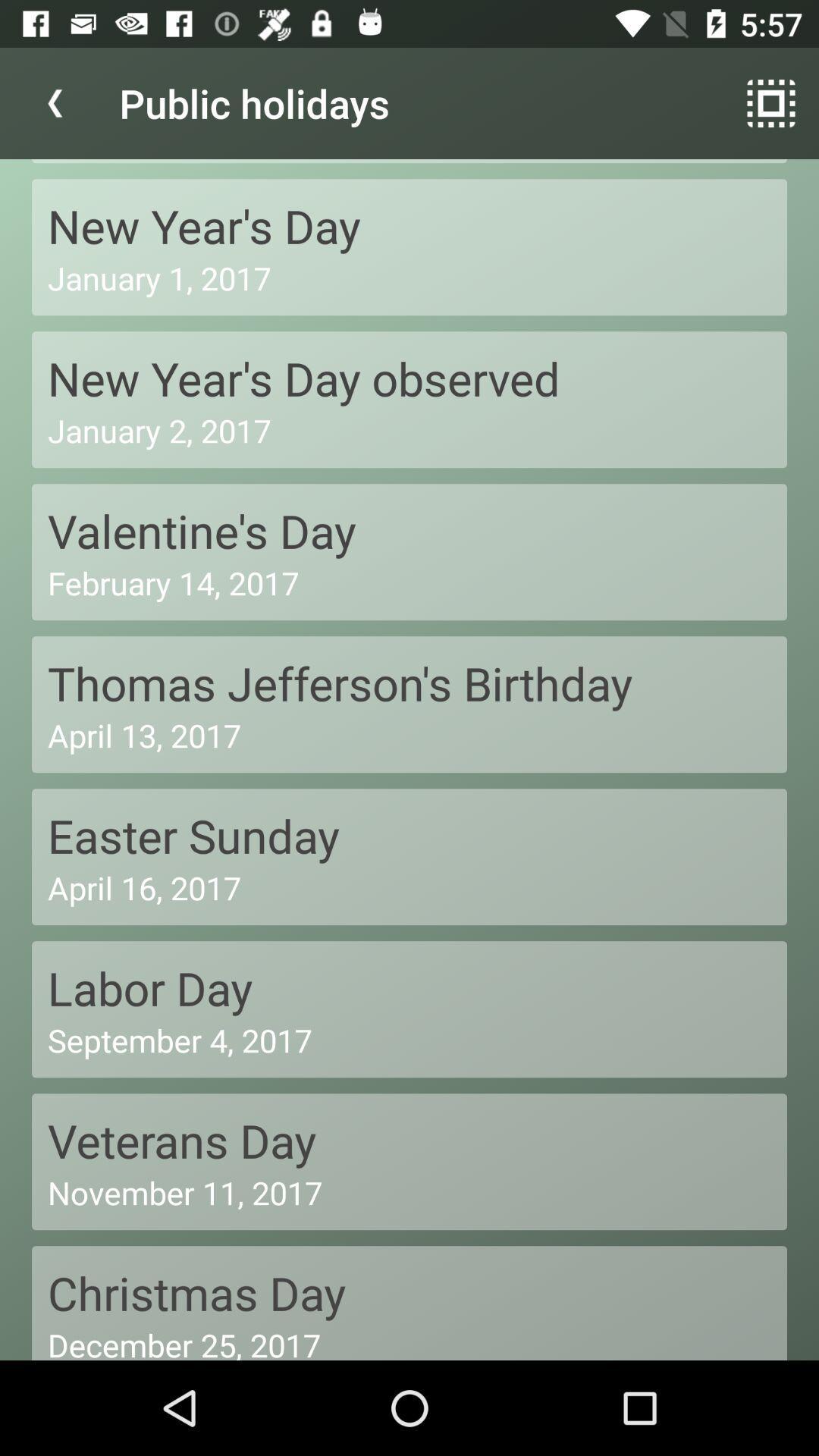 Image resolution: width=819 pixels, height=1456 pixels. Describe the element at coordinates (409, 1039) in the screenshot. I see `the item above veterans day item` at that location.